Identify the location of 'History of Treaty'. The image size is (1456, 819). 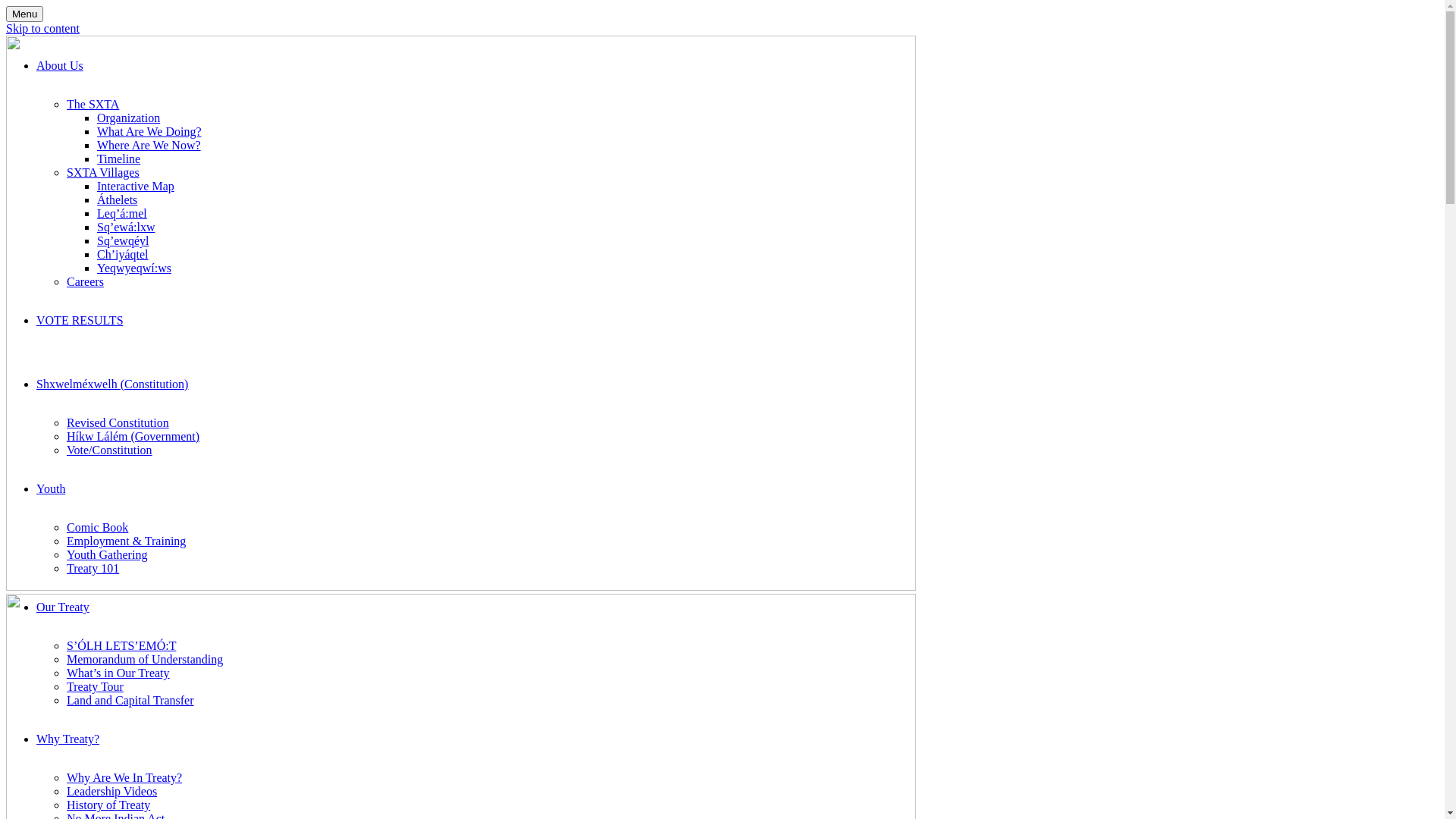
(108, 804).